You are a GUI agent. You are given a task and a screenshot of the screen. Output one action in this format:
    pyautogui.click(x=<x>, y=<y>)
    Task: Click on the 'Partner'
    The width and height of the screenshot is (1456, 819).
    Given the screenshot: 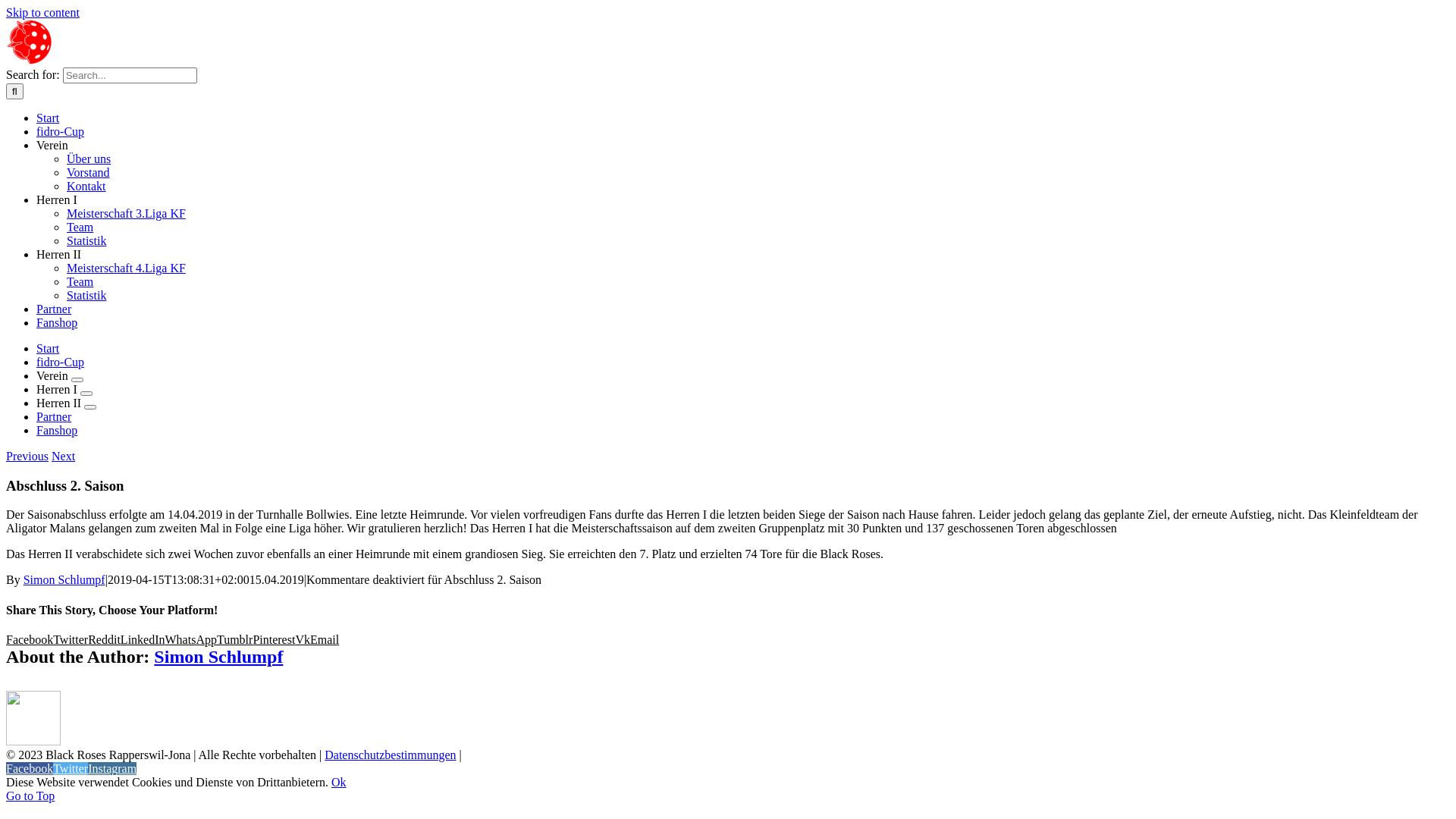 What is the action you would take?
    pyautogui.click(x=54, y=416)
    